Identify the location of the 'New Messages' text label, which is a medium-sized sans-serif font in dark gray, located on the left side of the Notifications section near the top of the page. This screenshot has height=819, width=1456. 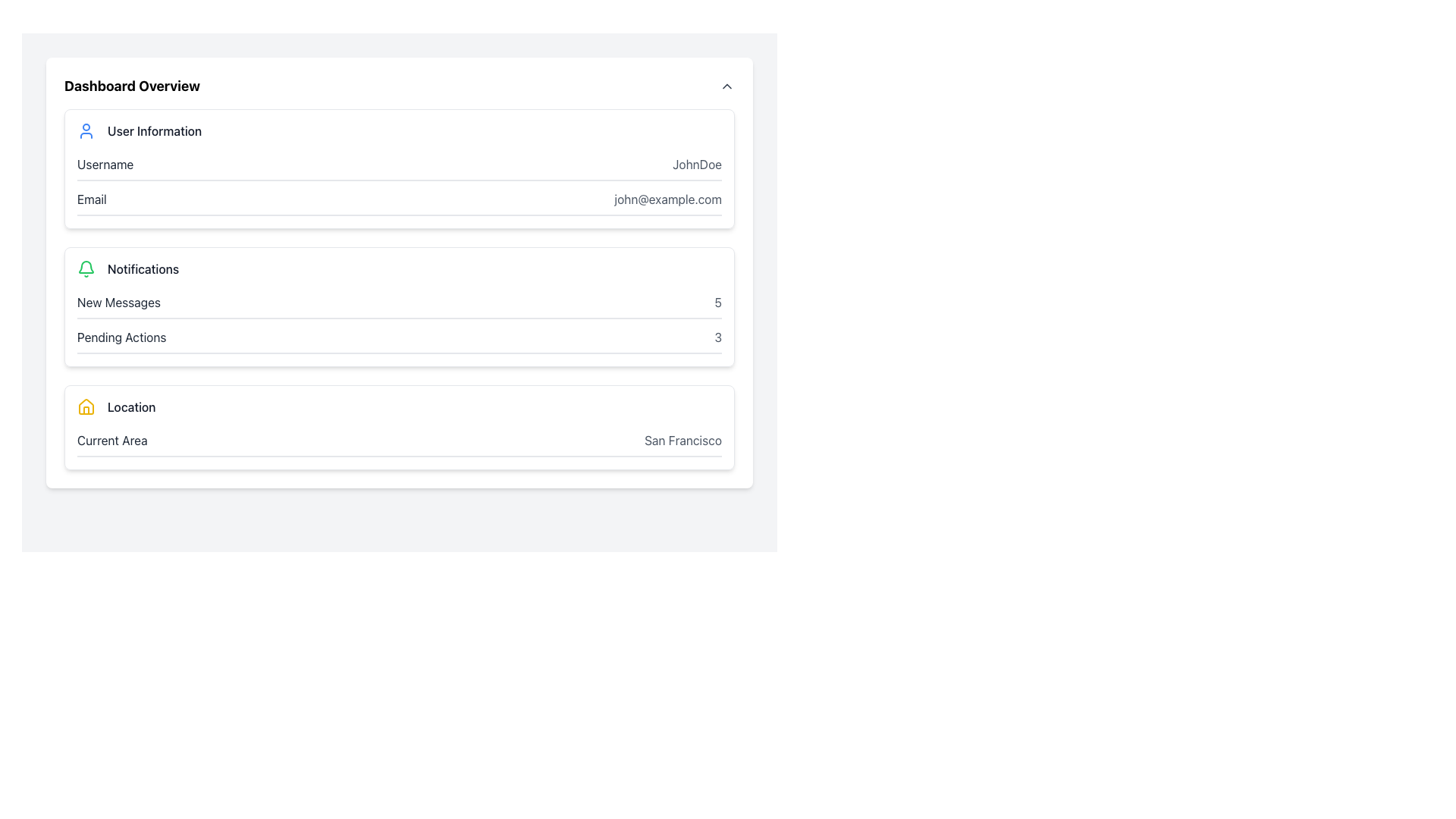
(118, 302).